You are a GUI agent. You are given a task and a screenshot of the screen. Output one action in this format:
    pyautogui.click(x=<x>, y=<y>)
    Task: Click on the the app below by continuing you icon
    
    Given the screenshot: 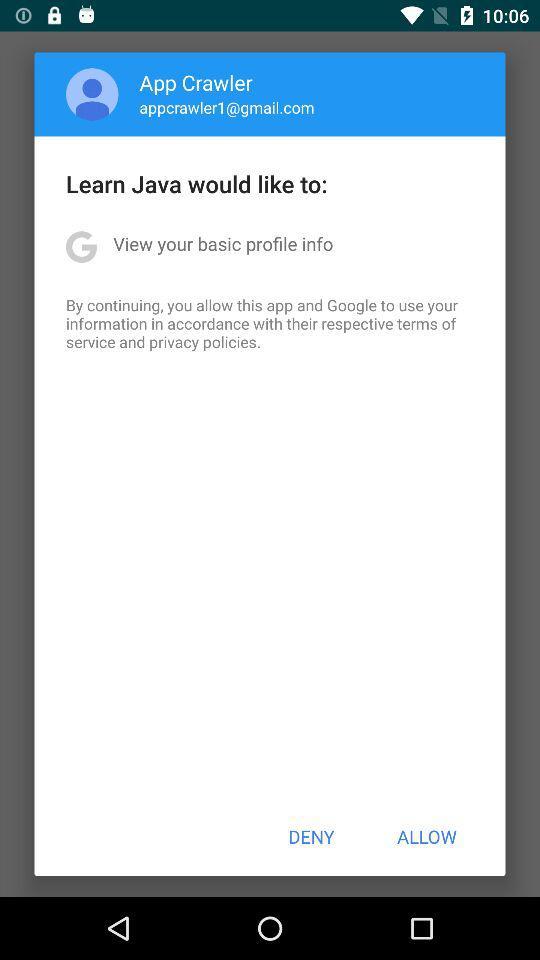 What is the action you would take?
    pyautogui.click(x=311, y=836)
    